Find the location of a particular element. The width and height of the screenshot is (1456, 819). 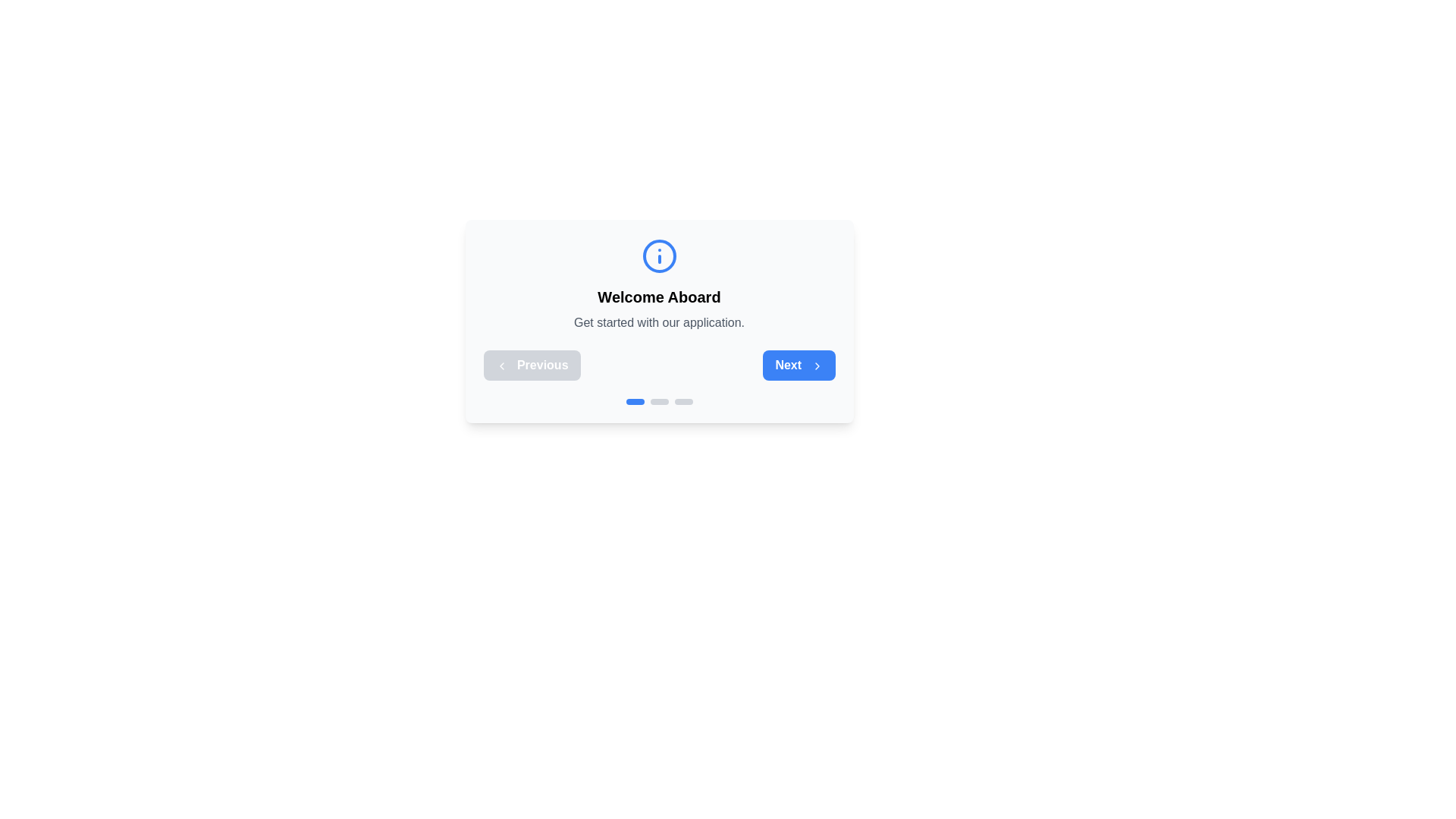

the active state indicator of the first step in the pagination control located below the text 'Get started with our application.' is located at coordinates (635, 400).